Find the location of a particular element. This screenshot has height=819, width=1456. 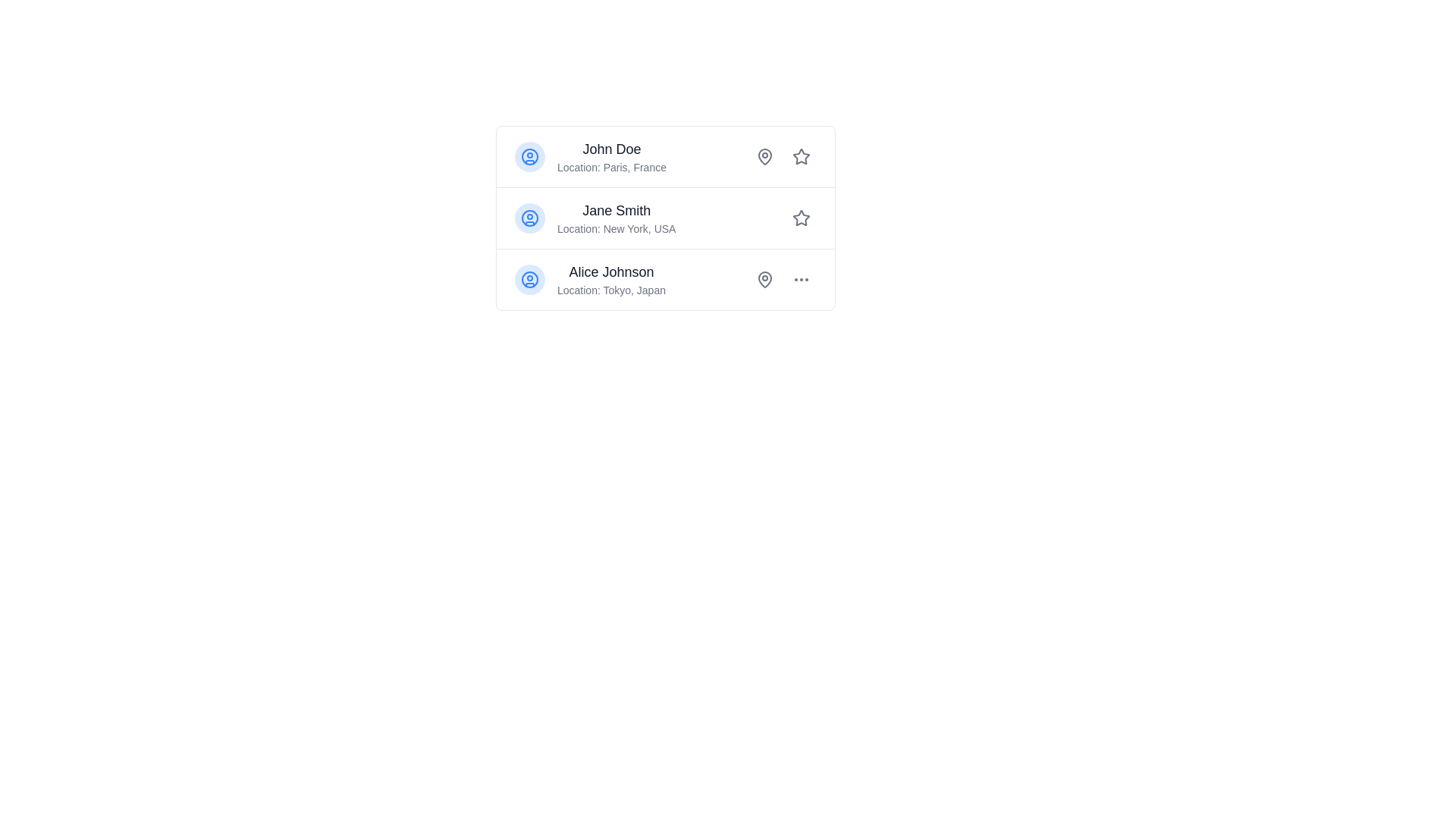

the interactive pin icon located on the right side of the row labeled 'John Doe, Location: Paris, France' is located at coordinates (764, 157).